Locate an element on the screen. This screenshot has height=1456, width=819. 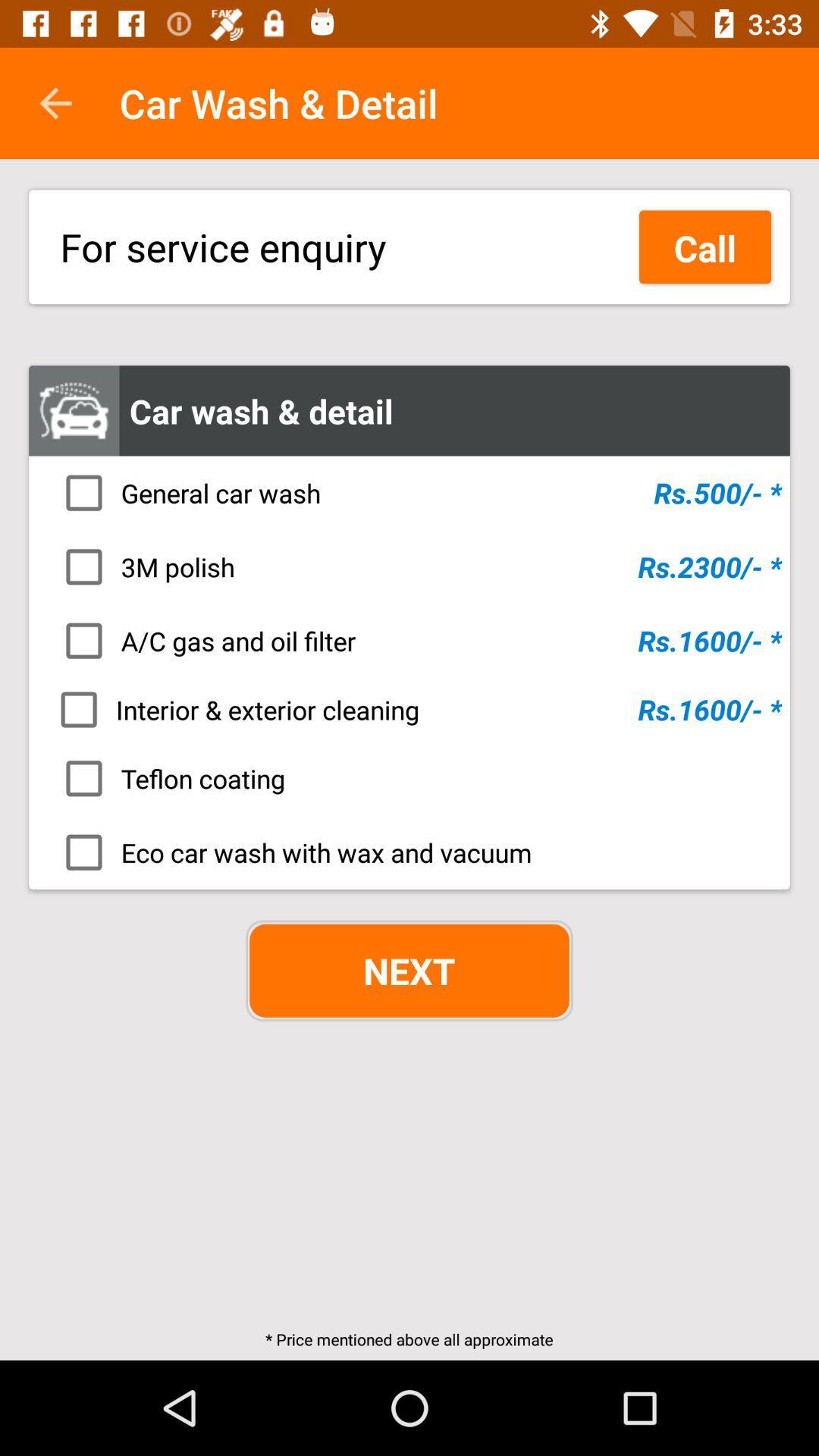
the icon above for service enquiry is located at coordinates (55, 102).